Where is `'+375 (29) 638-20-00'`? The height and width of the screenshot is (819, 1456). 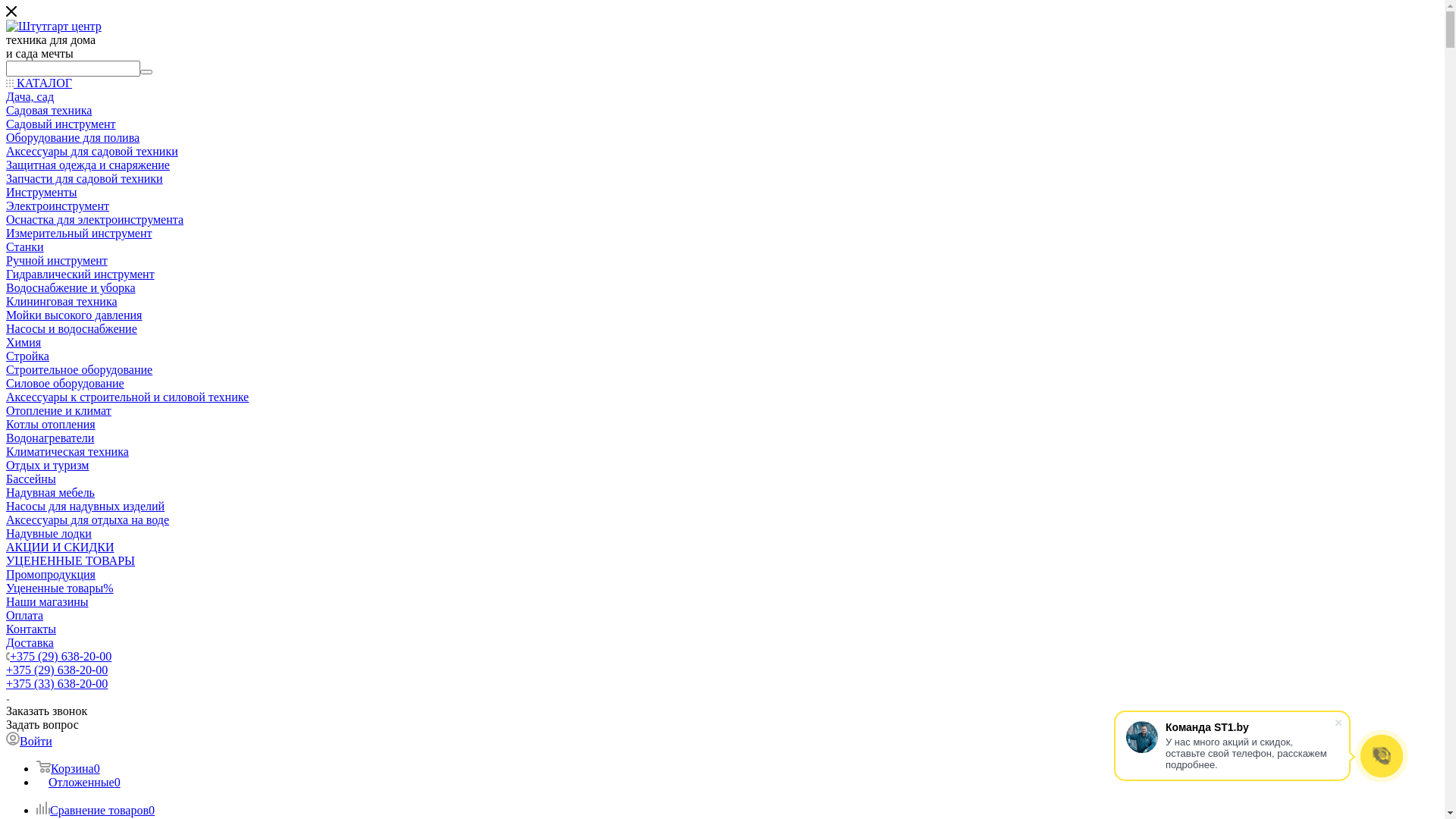 '+375 (29) 638-20-00' is located at coordinates (6, 669).